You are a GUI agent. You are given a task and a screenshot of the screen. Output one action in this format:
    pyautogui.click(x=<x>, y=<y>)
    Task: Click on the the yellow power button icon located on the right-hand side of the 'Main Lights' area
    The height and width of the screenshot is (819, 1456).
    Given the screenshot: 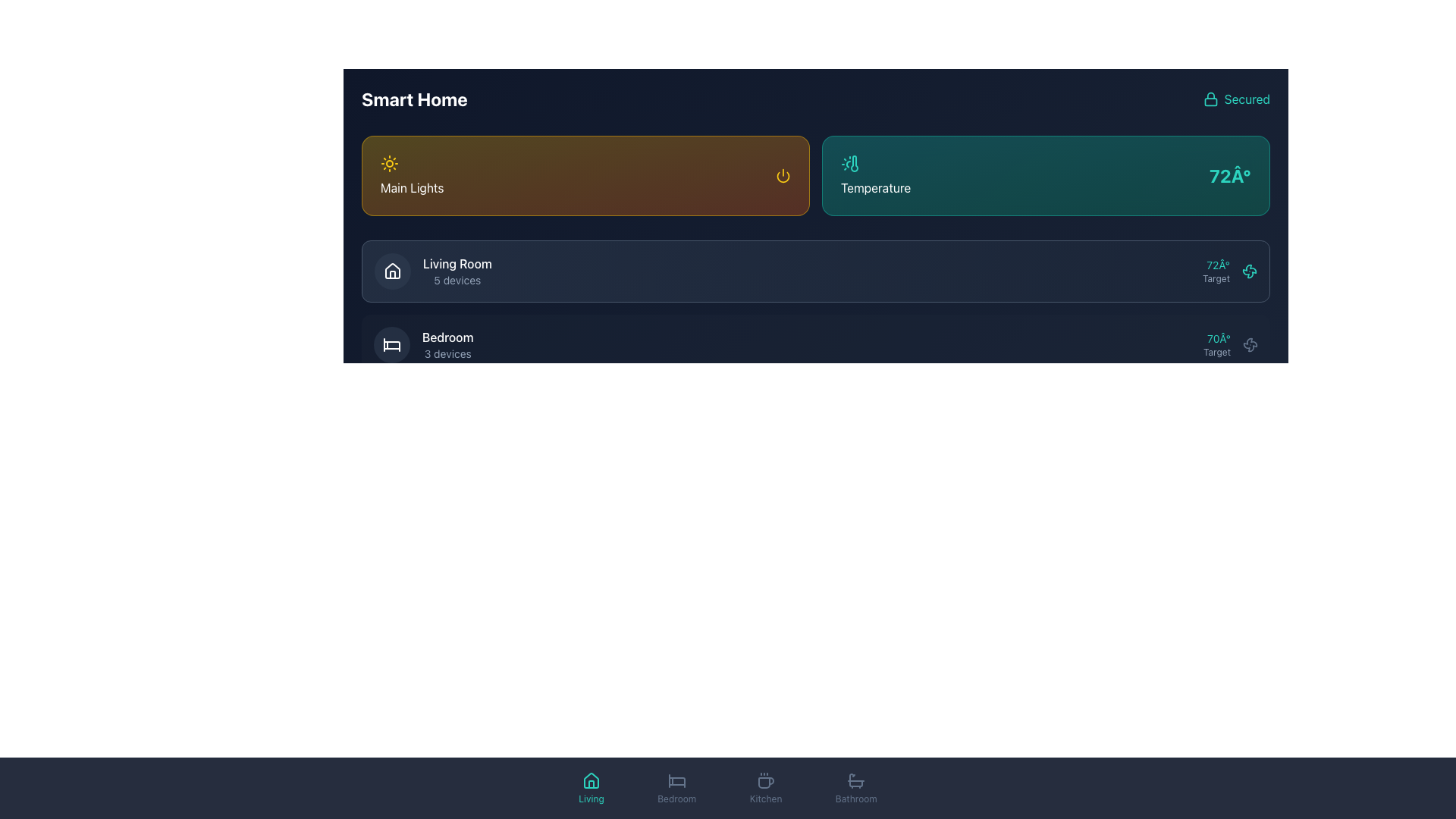 What is the action you would take?
    pyautogui.click(x=783, y=174)
    